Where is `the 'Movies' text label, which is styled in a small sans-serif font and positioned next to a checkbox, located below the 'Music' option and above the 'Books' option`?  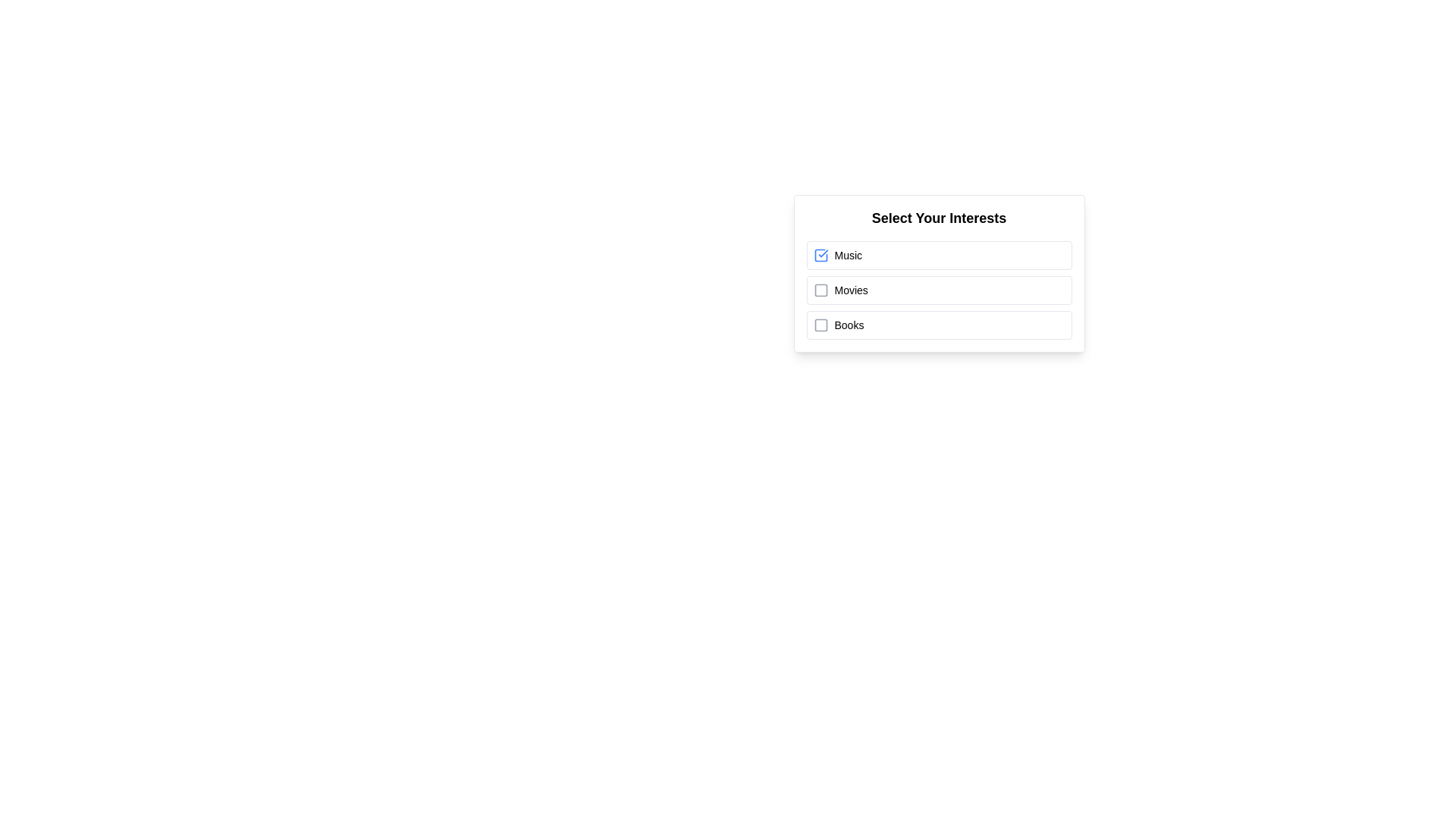
the 'Movies' text label, which is styled in a small sans-serif font and positioned next to a checkbox, located below the 'Music' option and above the 'Books' option is located at coordinates (851, 290).